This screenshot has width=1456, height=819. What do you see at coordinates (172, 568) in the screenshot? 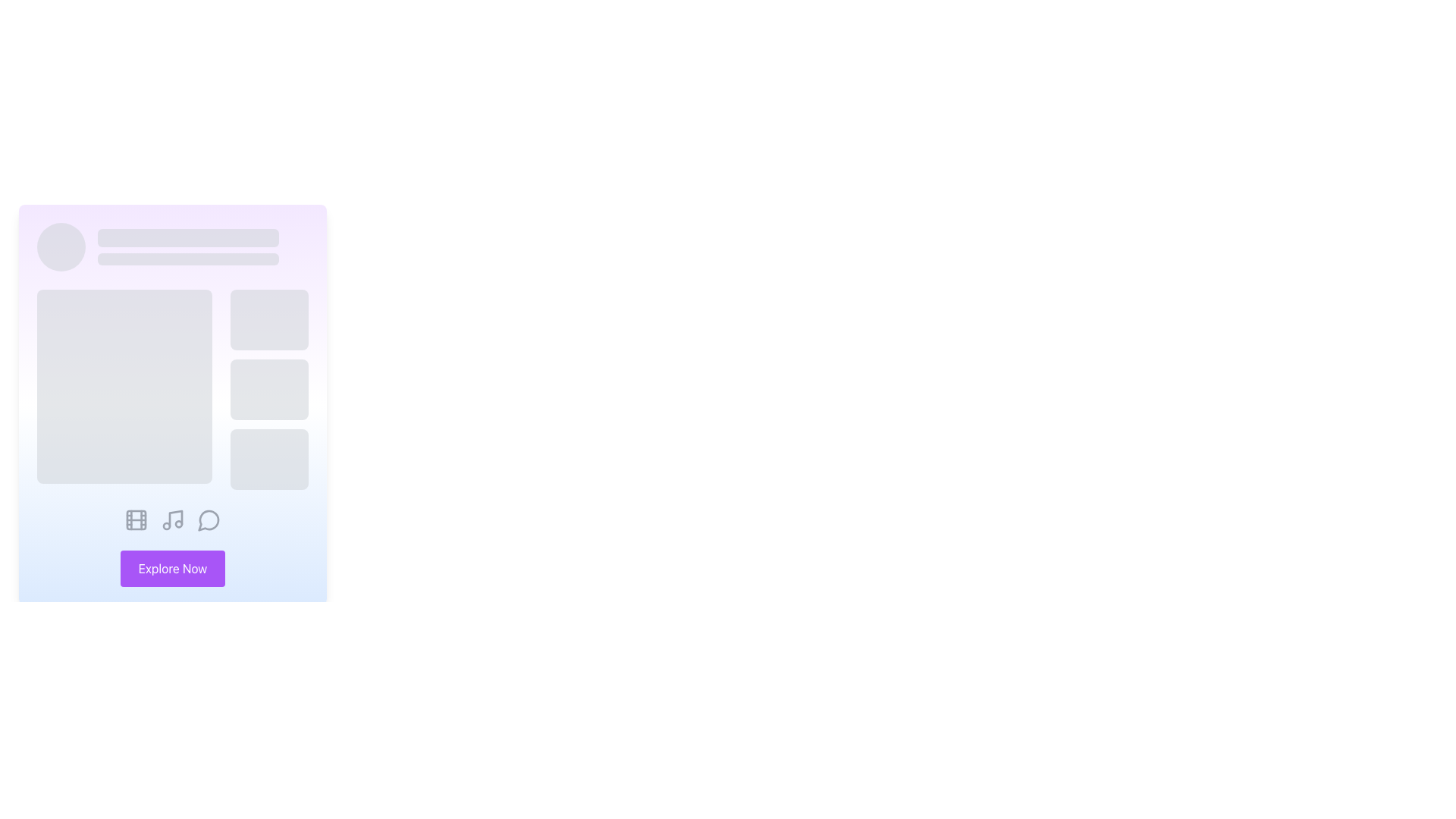
I see `the rectangular purple button labeled 'Explore Now' located at the lower center of the interface` at bounding box center [172, 568].